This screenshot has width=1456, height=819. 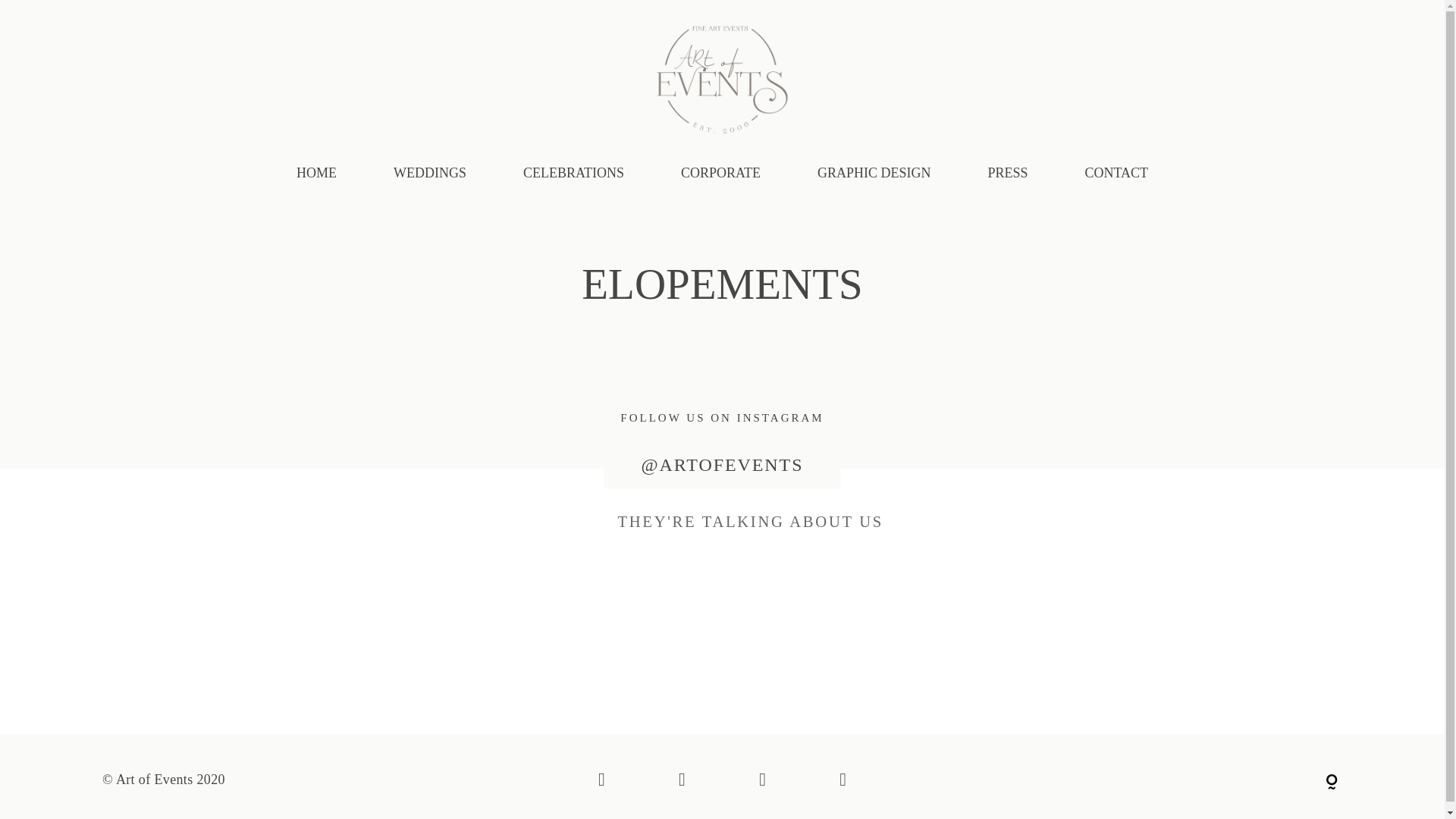 What do you see at coordinates (1117, 172) in the screenshot?
I see `'CONTACT'` at bounding box center [1117, 172].